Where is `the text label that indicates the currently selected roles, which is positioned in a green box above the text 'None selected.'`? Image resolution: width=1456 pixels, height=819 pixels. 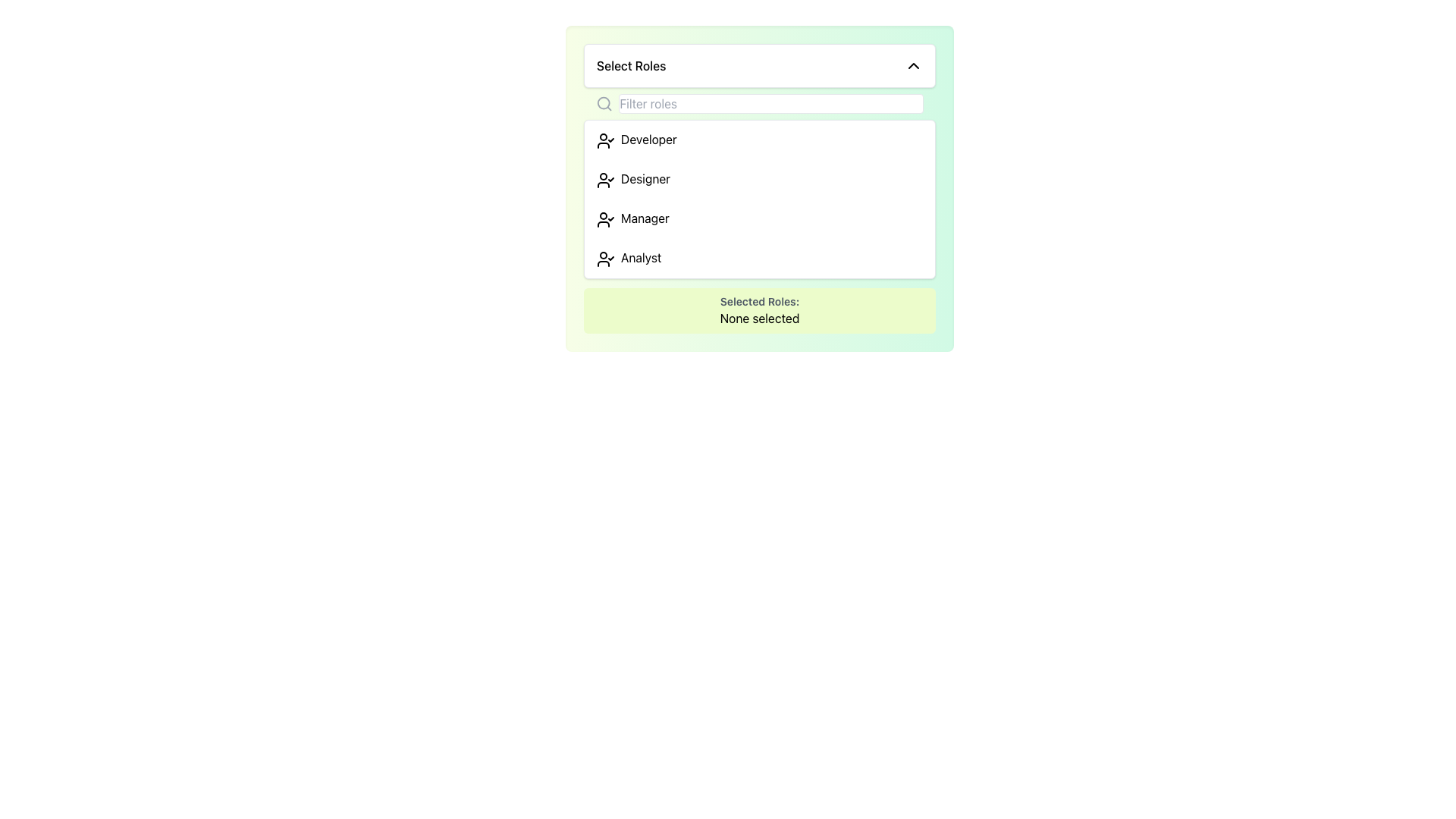 the text label that indicates the currently selected roles, which is positioned in a green box above the text 'None selected.' is located at coordinates (760, 301).